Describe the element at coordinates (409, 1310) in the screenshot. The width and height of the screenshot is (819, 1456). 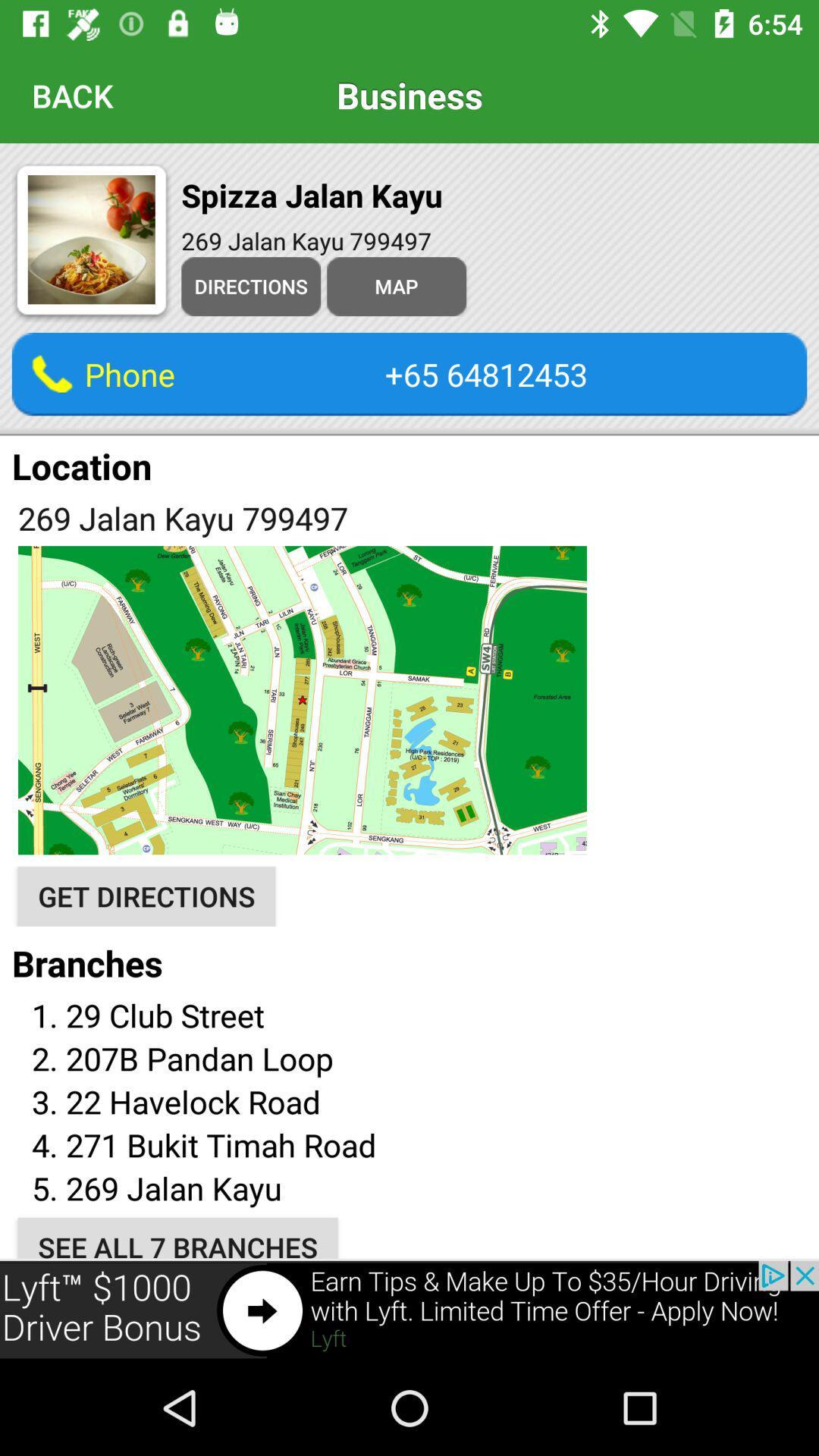
I see `advertisement about lyft` at that location.